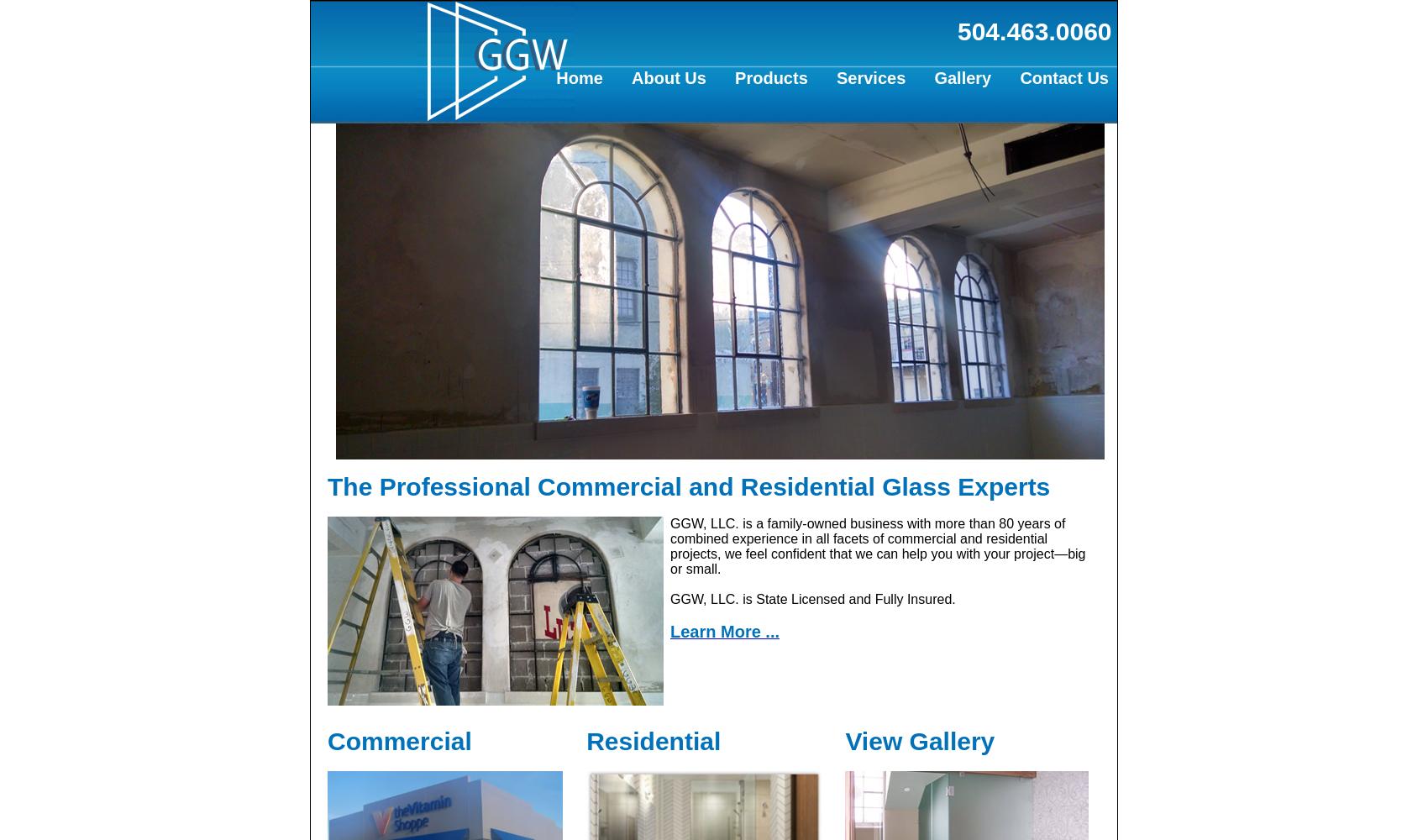  Describe the element at coordinates (579, 77) in the screenshot. I see `'Home'` at that location.